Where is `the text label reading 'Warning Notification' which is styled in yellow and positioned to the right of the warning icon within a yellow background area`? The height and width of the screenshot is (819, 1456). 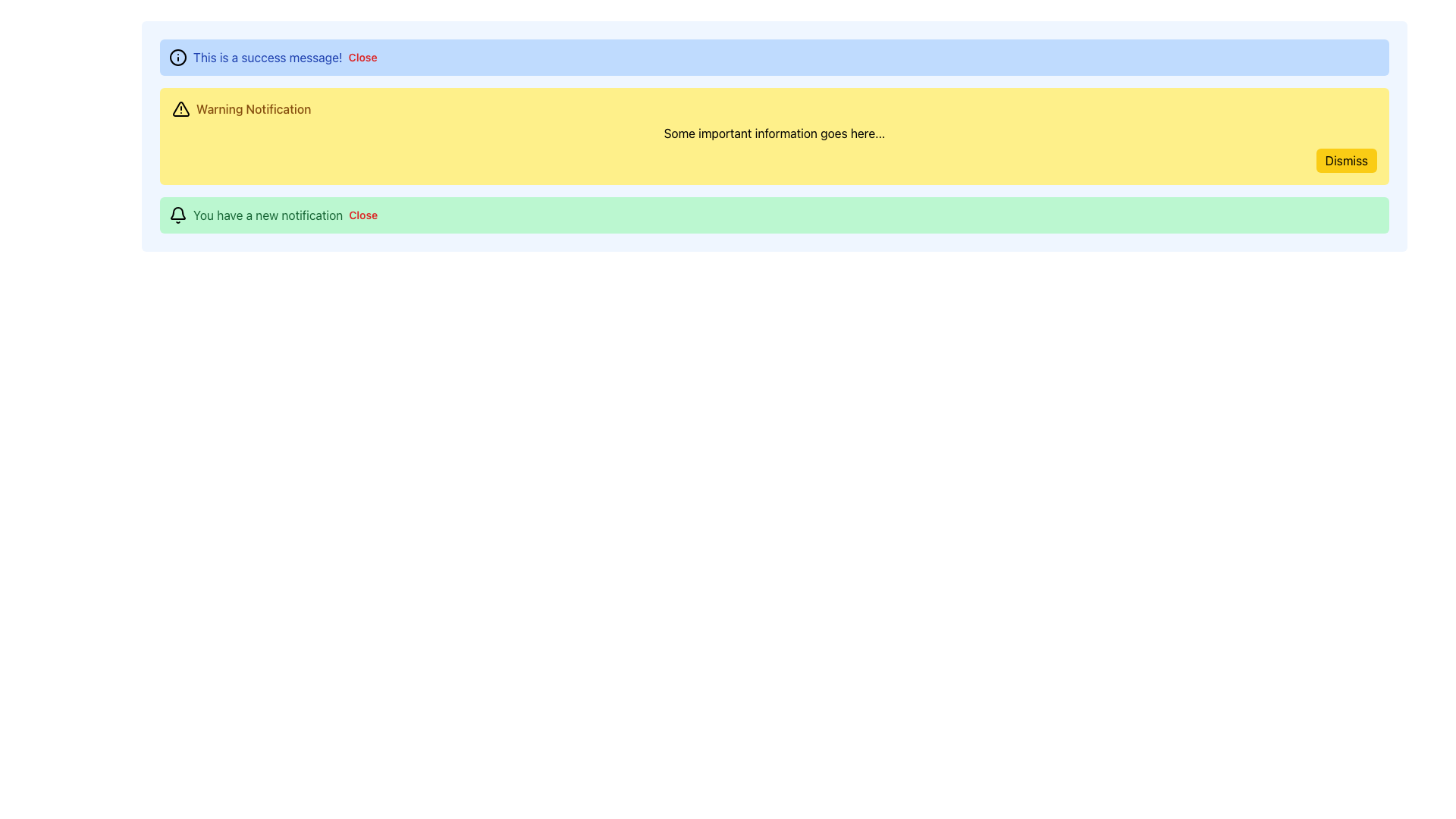 the text label reading 'Warning Notification' which is styled in yellow and positioned to the right of the warning icon within a yellow background area is located at coordinates (253, 108).